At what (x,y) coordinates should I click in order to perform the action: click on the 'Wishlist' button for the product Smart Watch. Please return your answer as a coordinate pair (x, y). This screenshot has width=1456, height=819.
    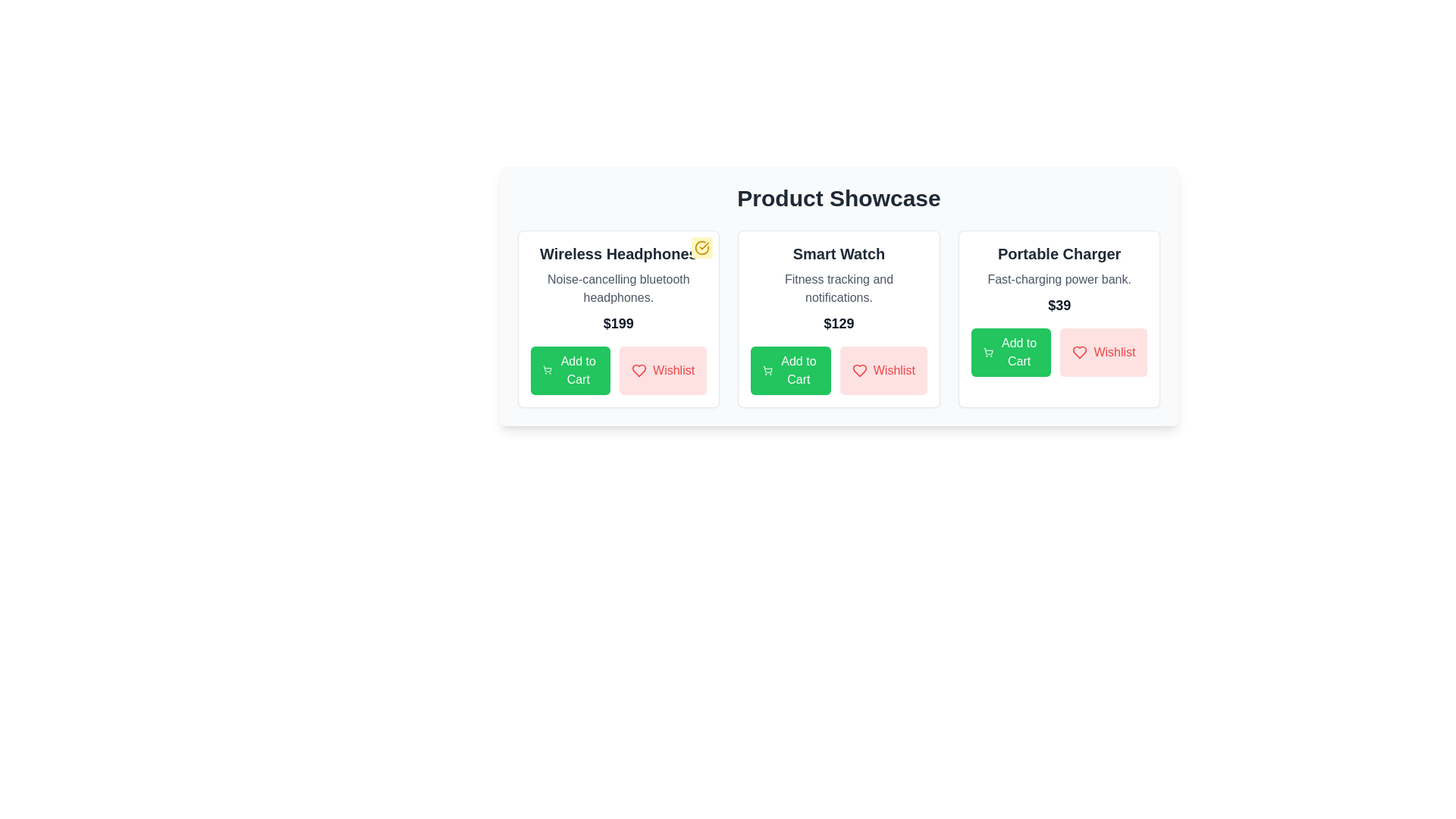
    Looking at the image, I should click on (883, 371).